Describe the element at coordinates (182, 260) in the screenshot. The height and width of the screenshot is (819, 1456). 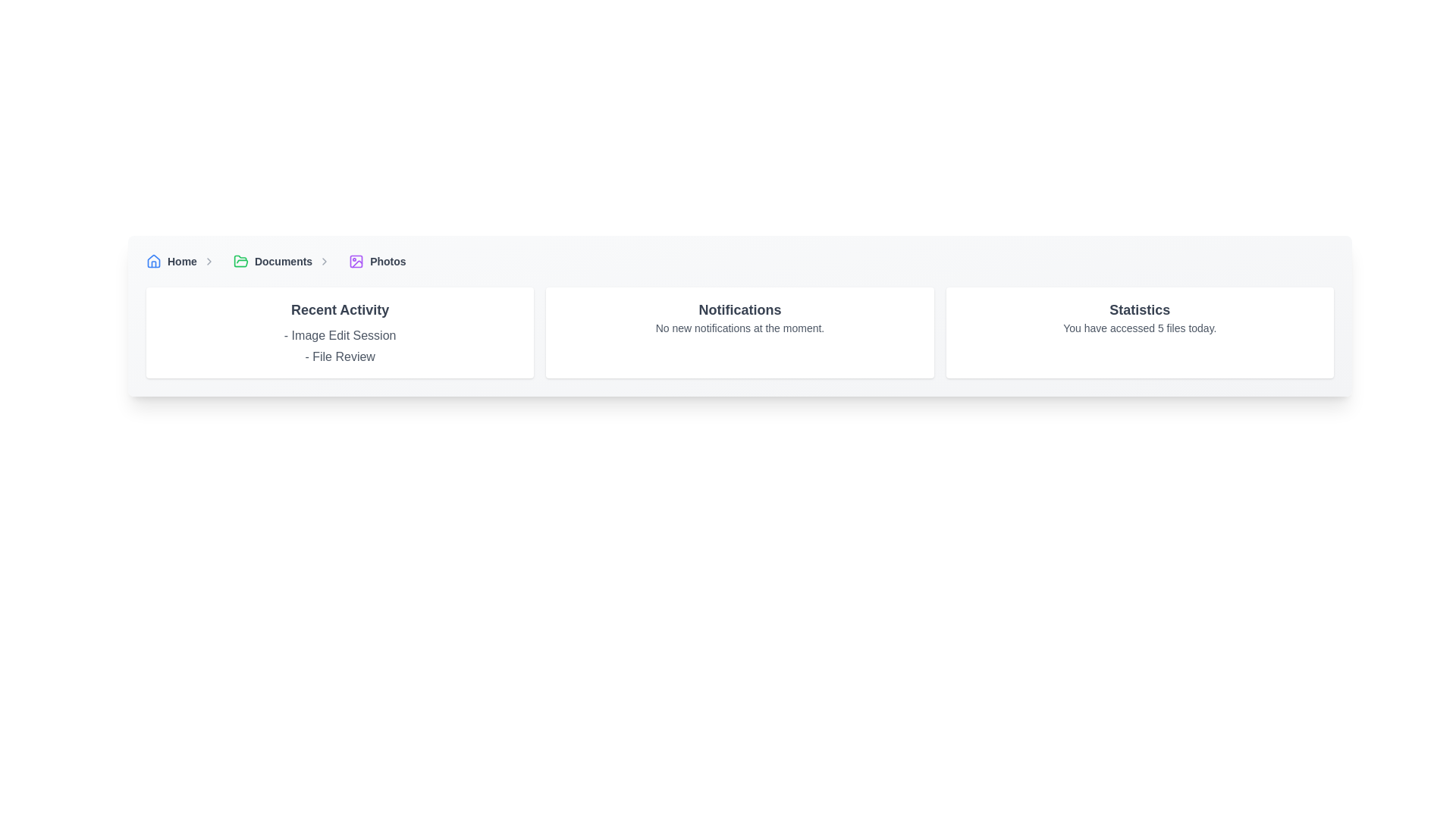
I see `the 'Home' text label, which is a bold, smaller-sized label located in the navigation bar, immediately to the right of the house icon` at that location.